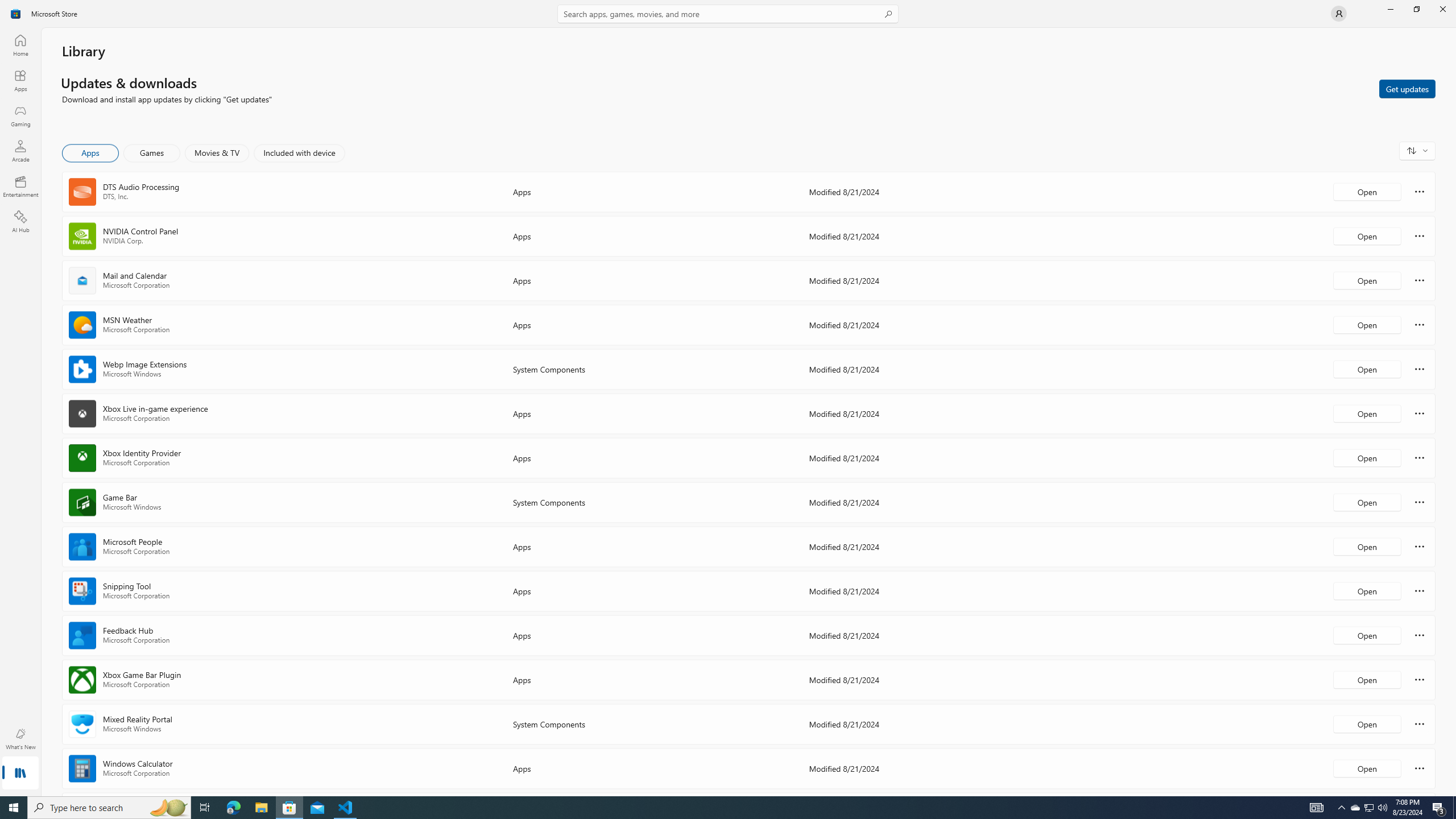  Describe the element at coordinates (151, 152) in the screenshot. I see `'Games'` at that location.